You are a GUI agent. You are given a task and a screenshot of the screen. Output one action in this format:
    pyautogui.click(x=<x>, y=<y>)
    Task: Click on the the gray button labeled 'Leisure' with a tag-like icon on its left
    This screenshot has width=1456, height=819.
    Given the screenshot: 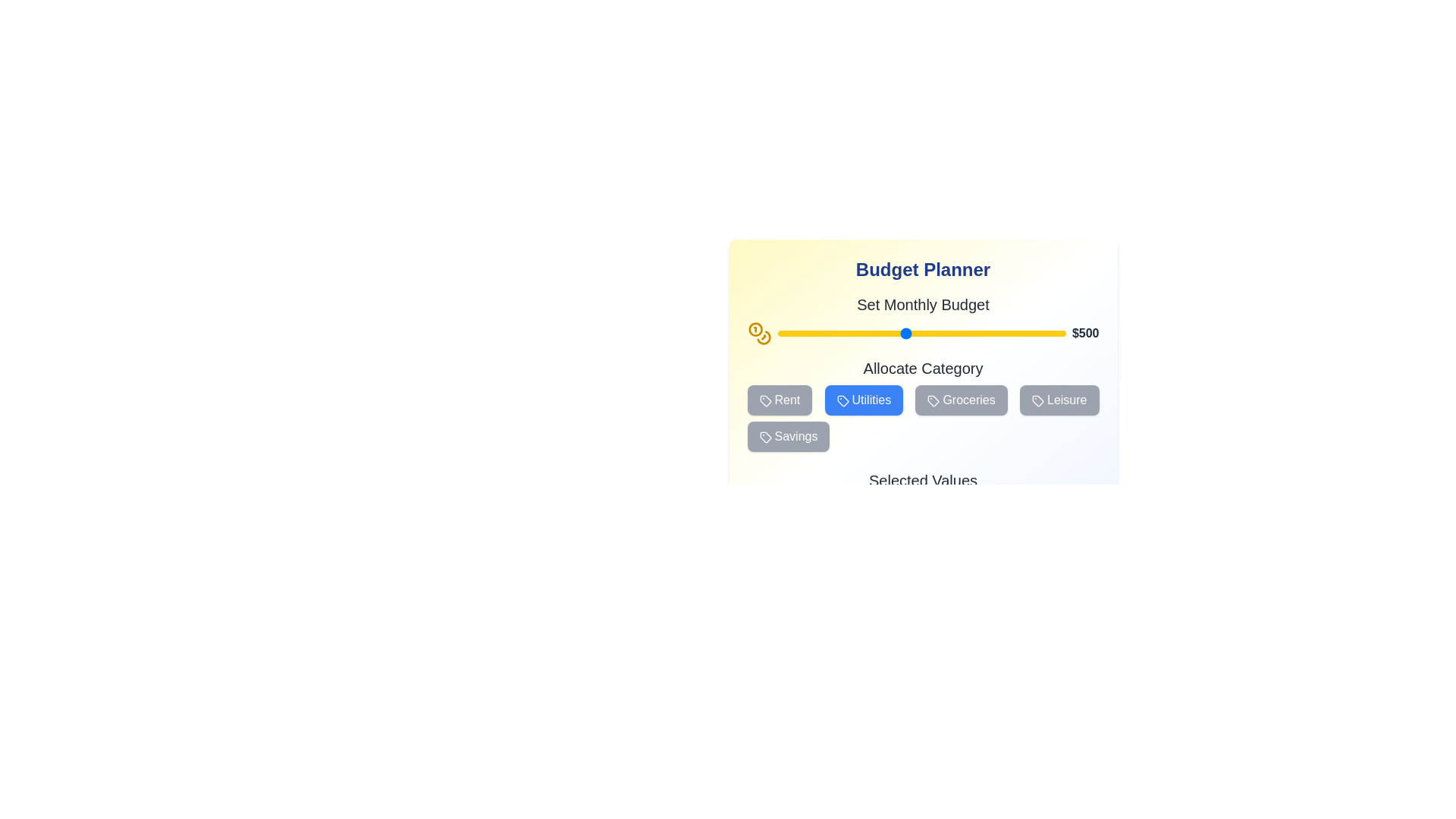 What is the action you would take?
    pyautogui.click(x=1058, y=400)
    